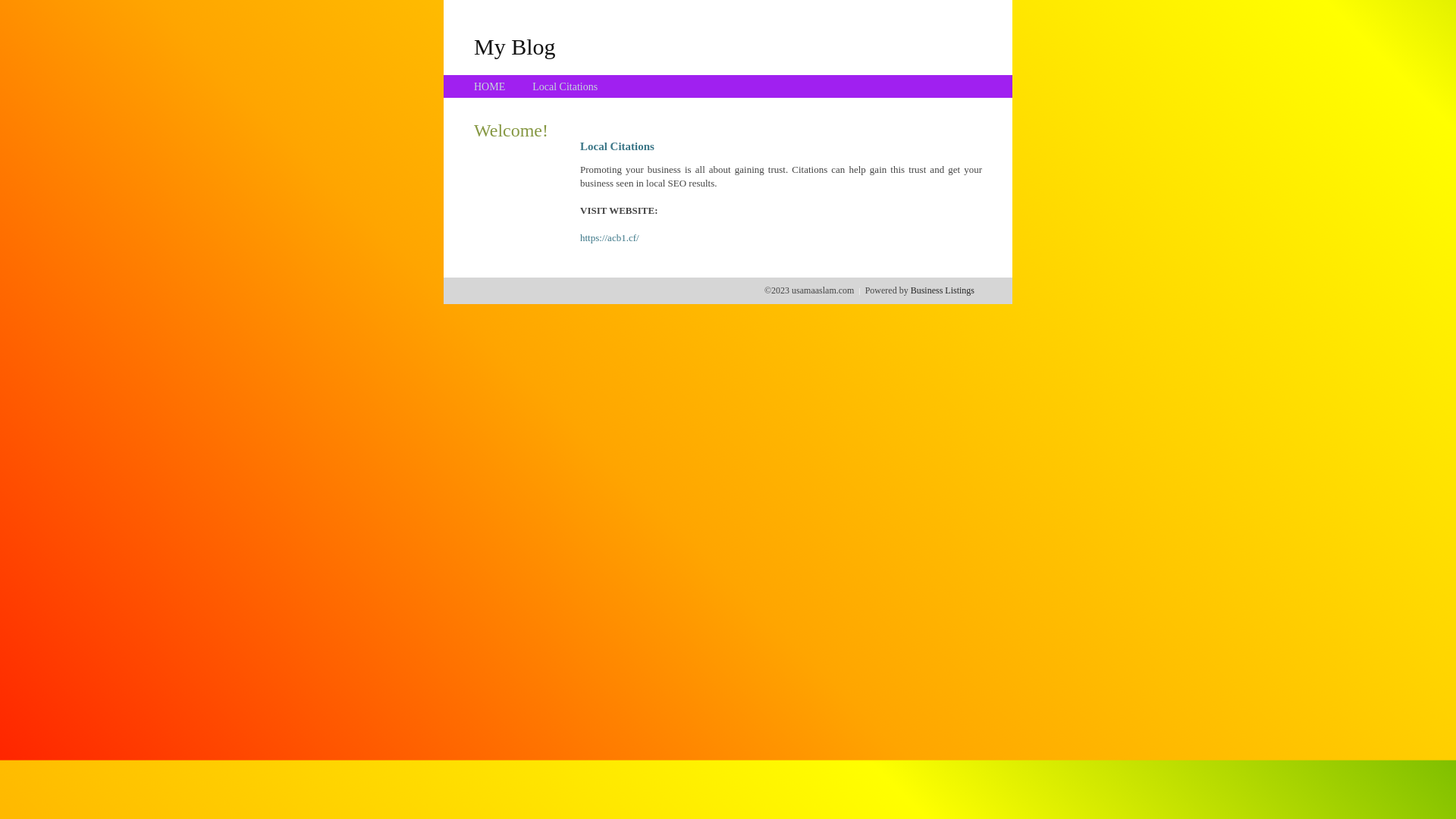 This screenshot has height=819, width=1456. I want to click on 'Local Citations', so click(532, 86).